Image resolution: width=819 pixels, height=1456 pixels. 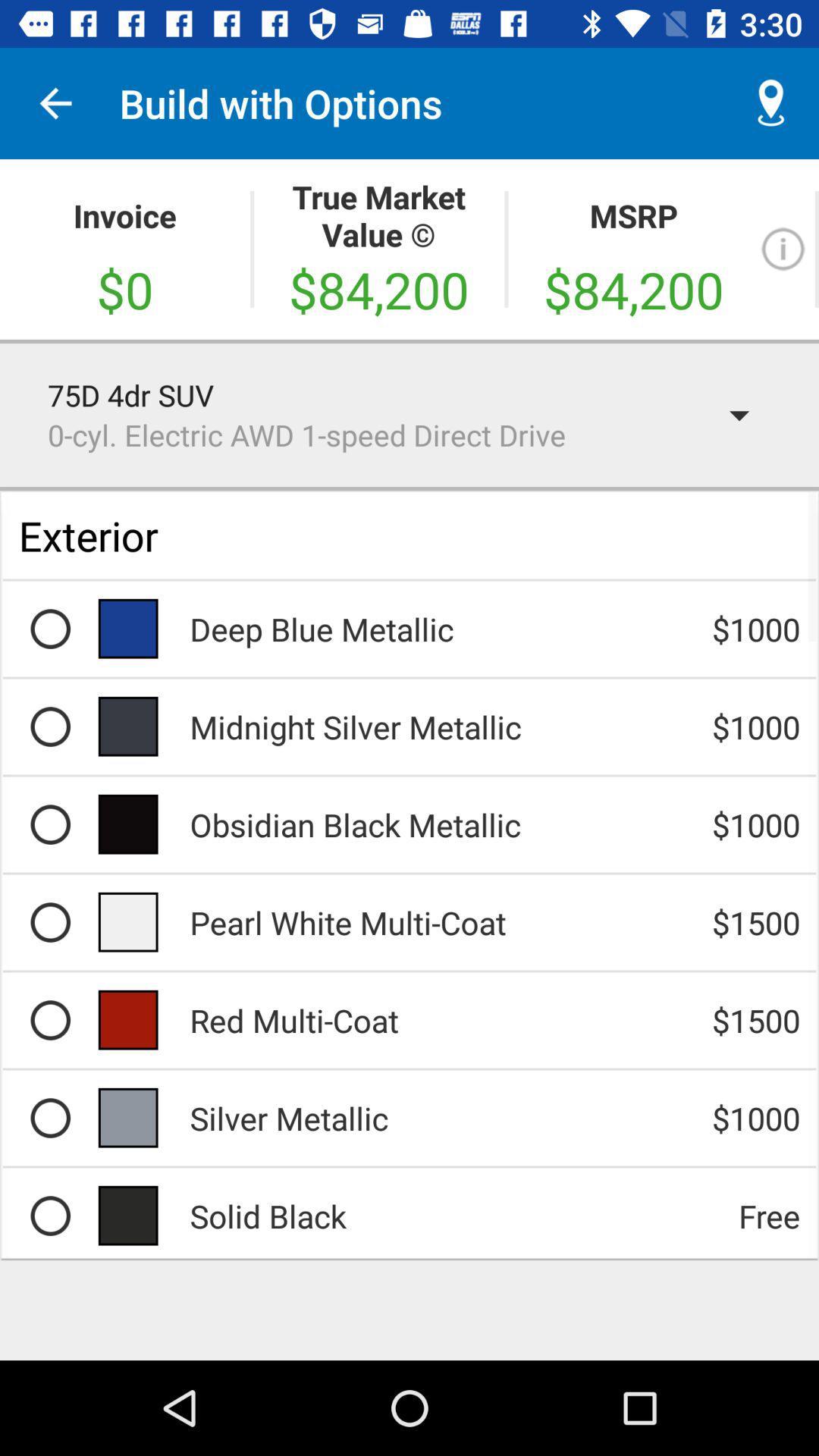 I want to click on the row of products, so click(x=49, y=1216).